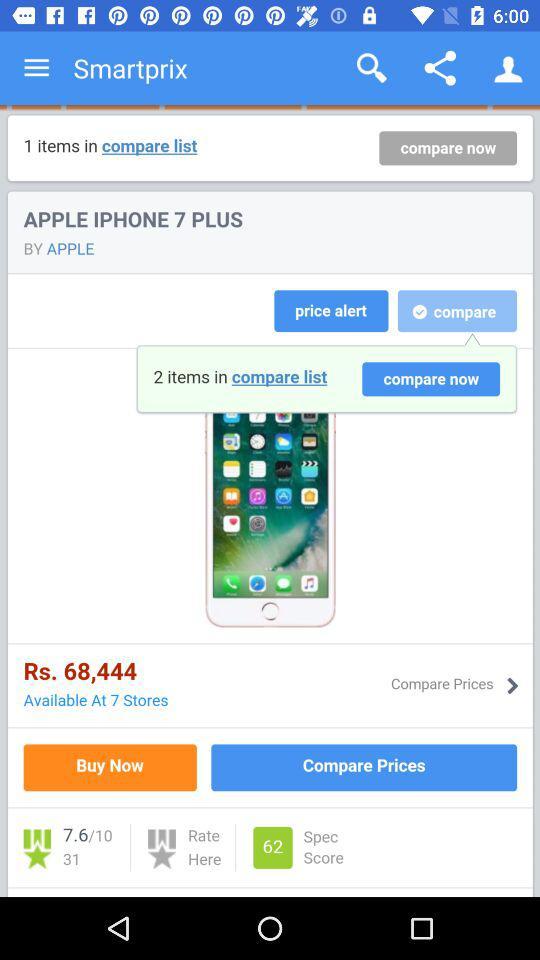  I want to click on main image screen, so click(270, 500).